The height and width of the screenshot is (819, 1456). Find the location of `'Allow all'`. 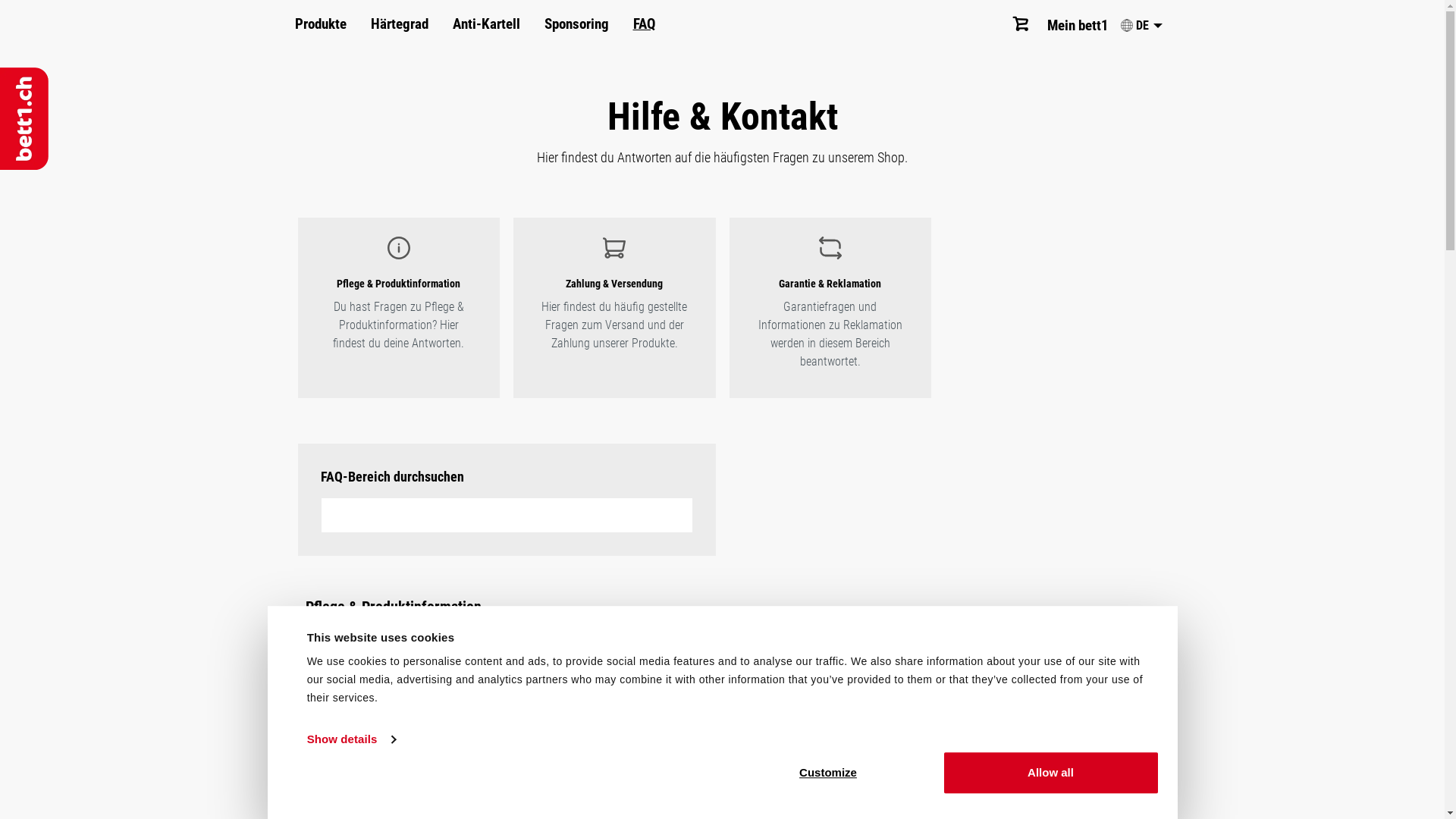

'Allow all' is located at coordinates (1050, 772).